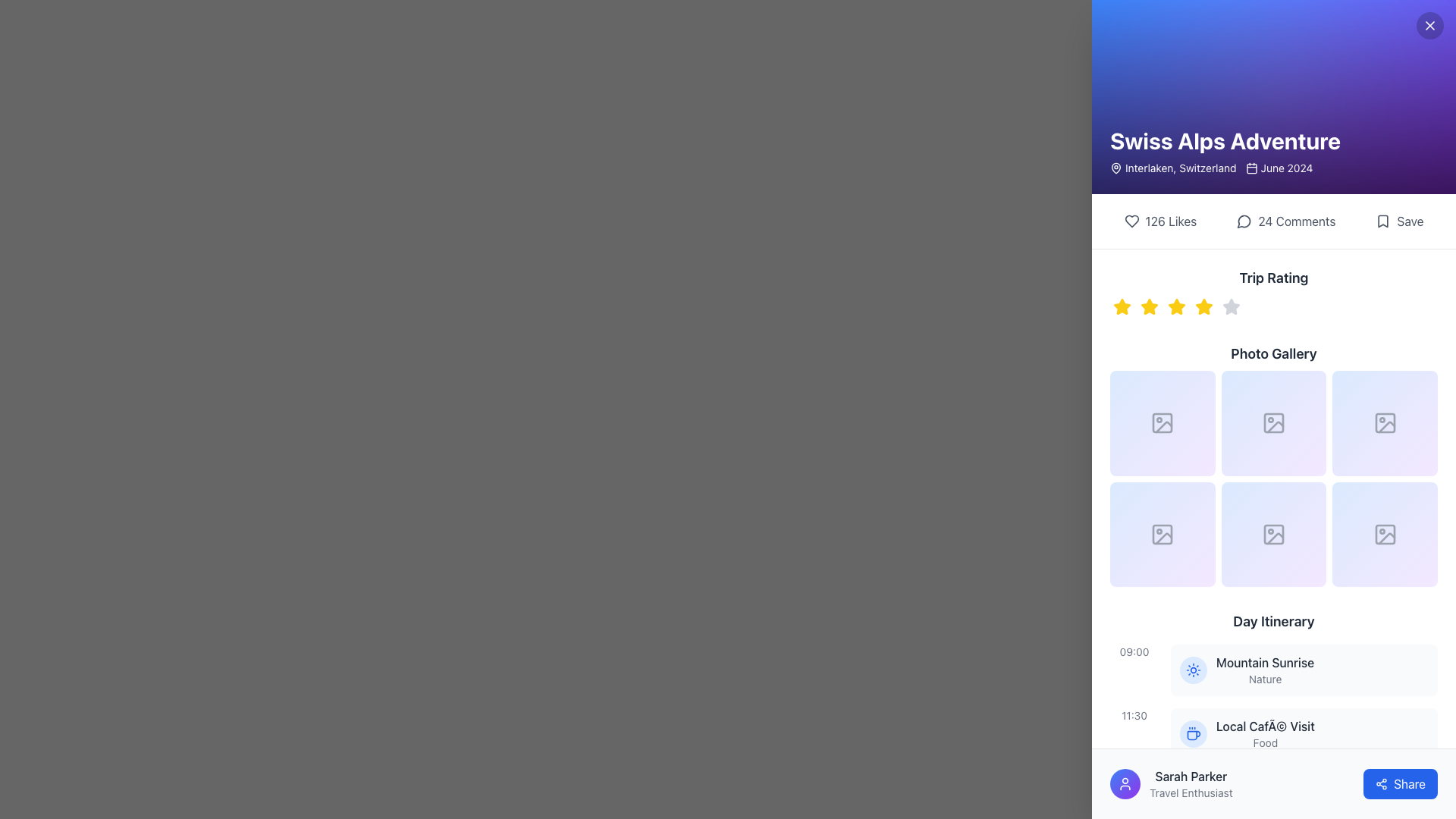  I want to click on informational text indicating the location 'Interlaken, Switzerland' and date 'June 2024' near the top-left corner of the purple header section, following the title 'Swiss Alps Adventure', so click(1225, 168).